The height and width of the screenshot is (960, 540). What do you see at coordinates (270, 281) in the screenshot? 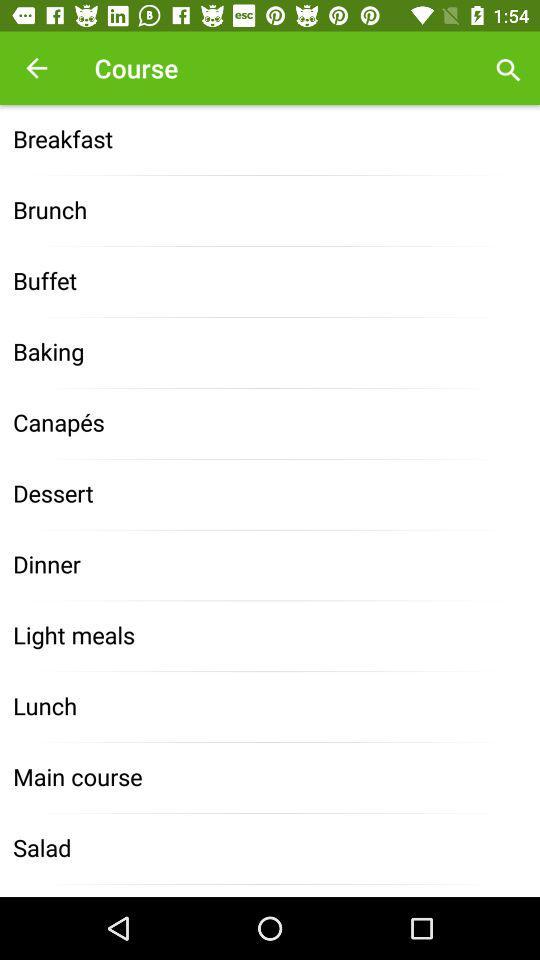
I see `buffet icon` at bounding box center [270, 281].